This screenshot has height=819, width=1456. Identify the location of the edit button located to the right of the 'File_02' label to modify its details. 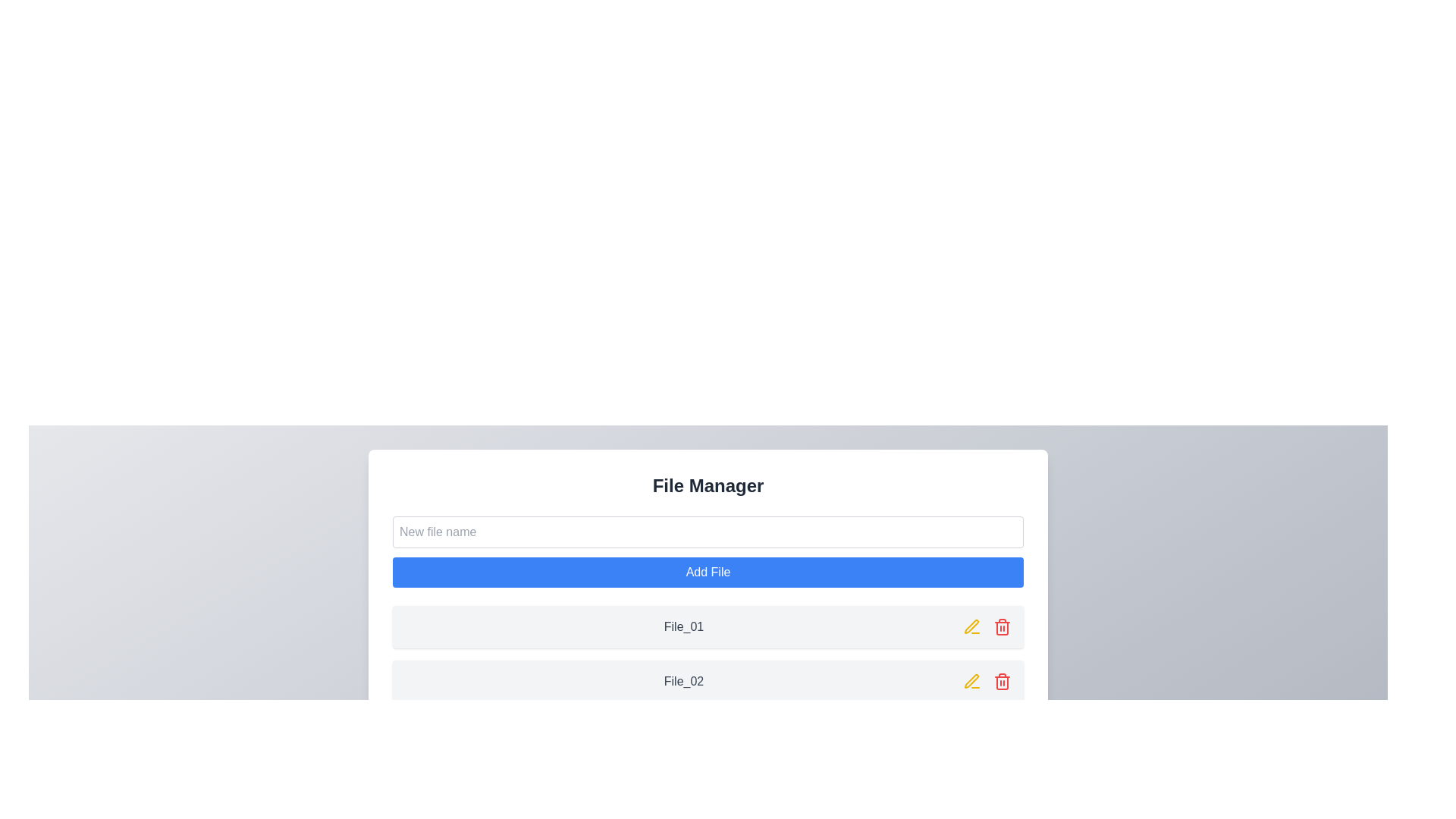
(971, 680).